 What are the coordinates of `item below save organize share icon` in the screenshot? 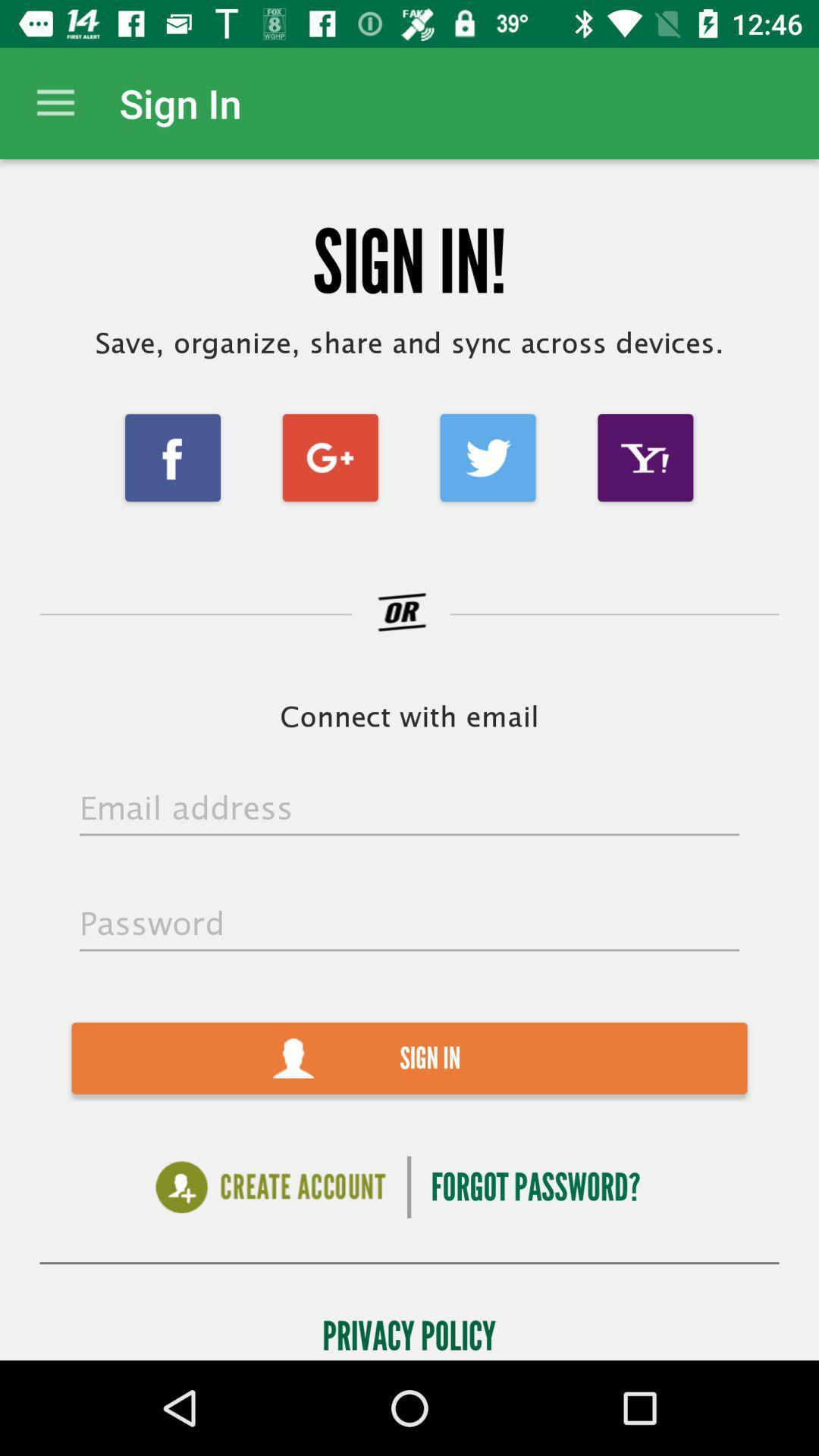 It's located at (488, 457).